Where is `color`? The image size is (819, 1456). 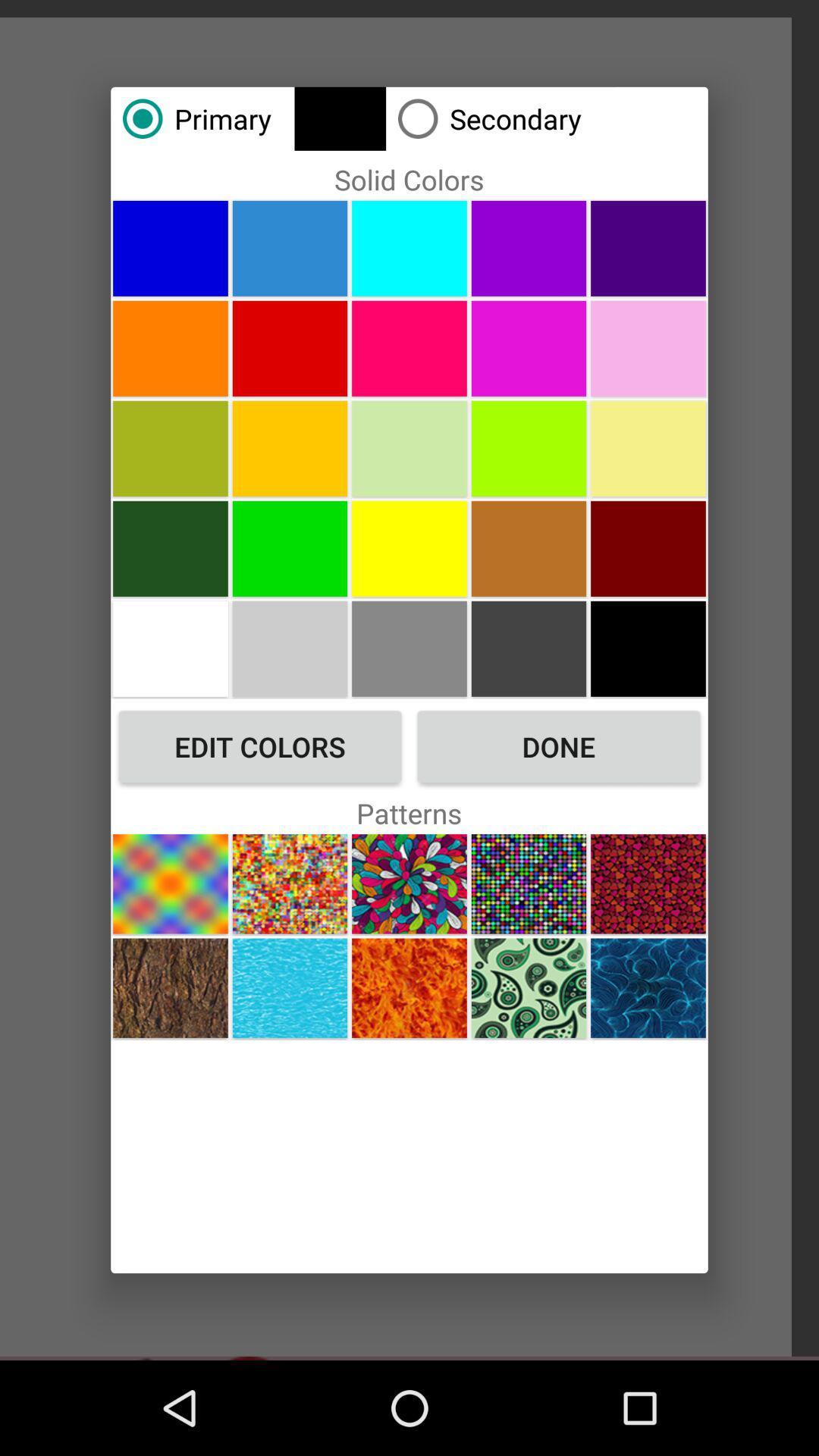
color is located at coordinates (648, 347).